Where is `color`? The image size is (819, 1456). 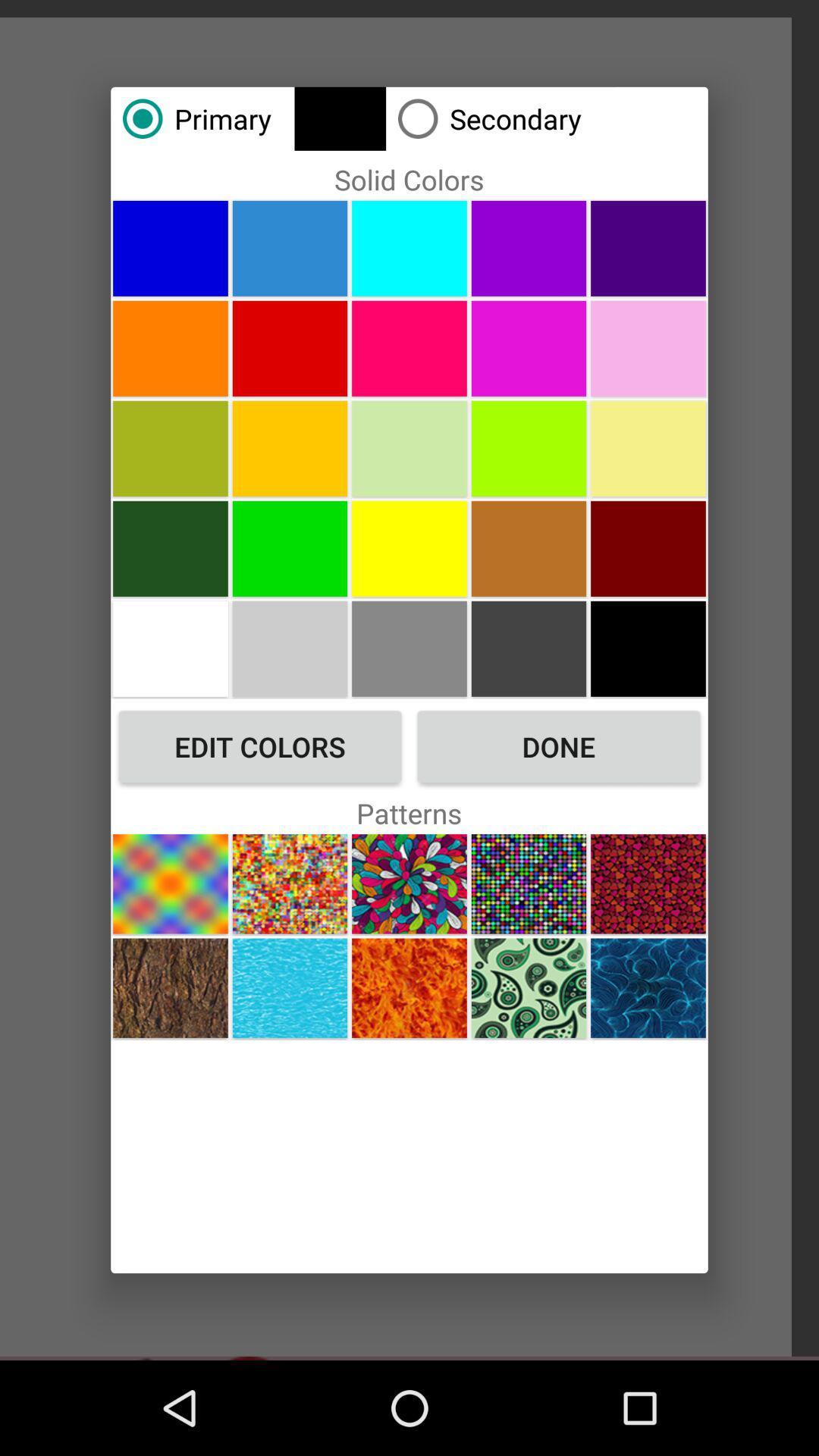
color is located at coordinates (648, 347).